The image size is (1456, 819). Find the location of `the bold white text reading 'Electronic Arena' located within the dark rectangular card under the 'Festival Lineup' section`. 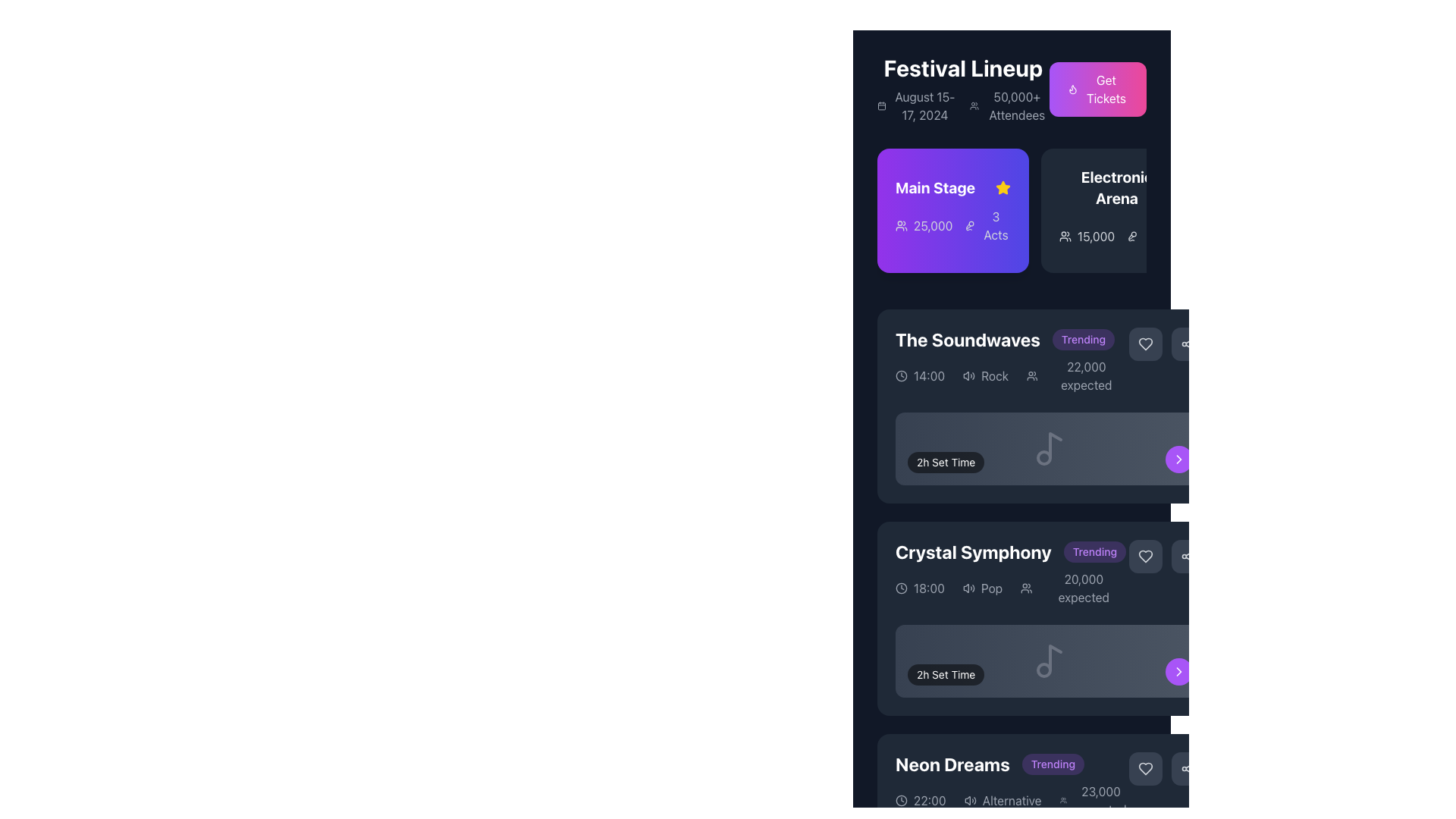

the bold white text reading 'Electronic Arena' located within the dark rectangular card under the 'Festival Lineup' section is located at coordinates (1117, 187).